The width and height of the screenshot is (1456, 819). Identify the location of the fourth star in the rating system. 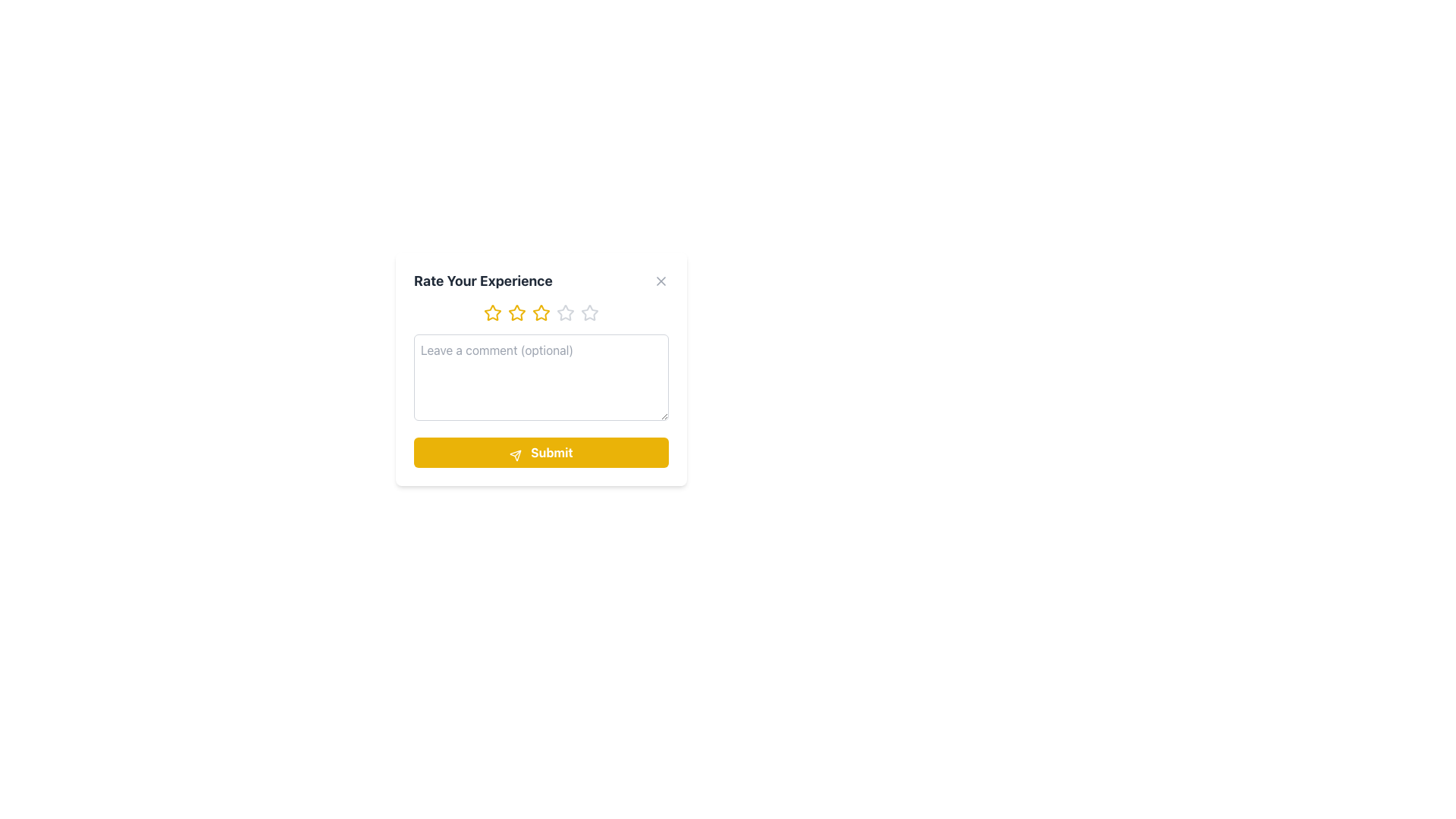
(564, 312).